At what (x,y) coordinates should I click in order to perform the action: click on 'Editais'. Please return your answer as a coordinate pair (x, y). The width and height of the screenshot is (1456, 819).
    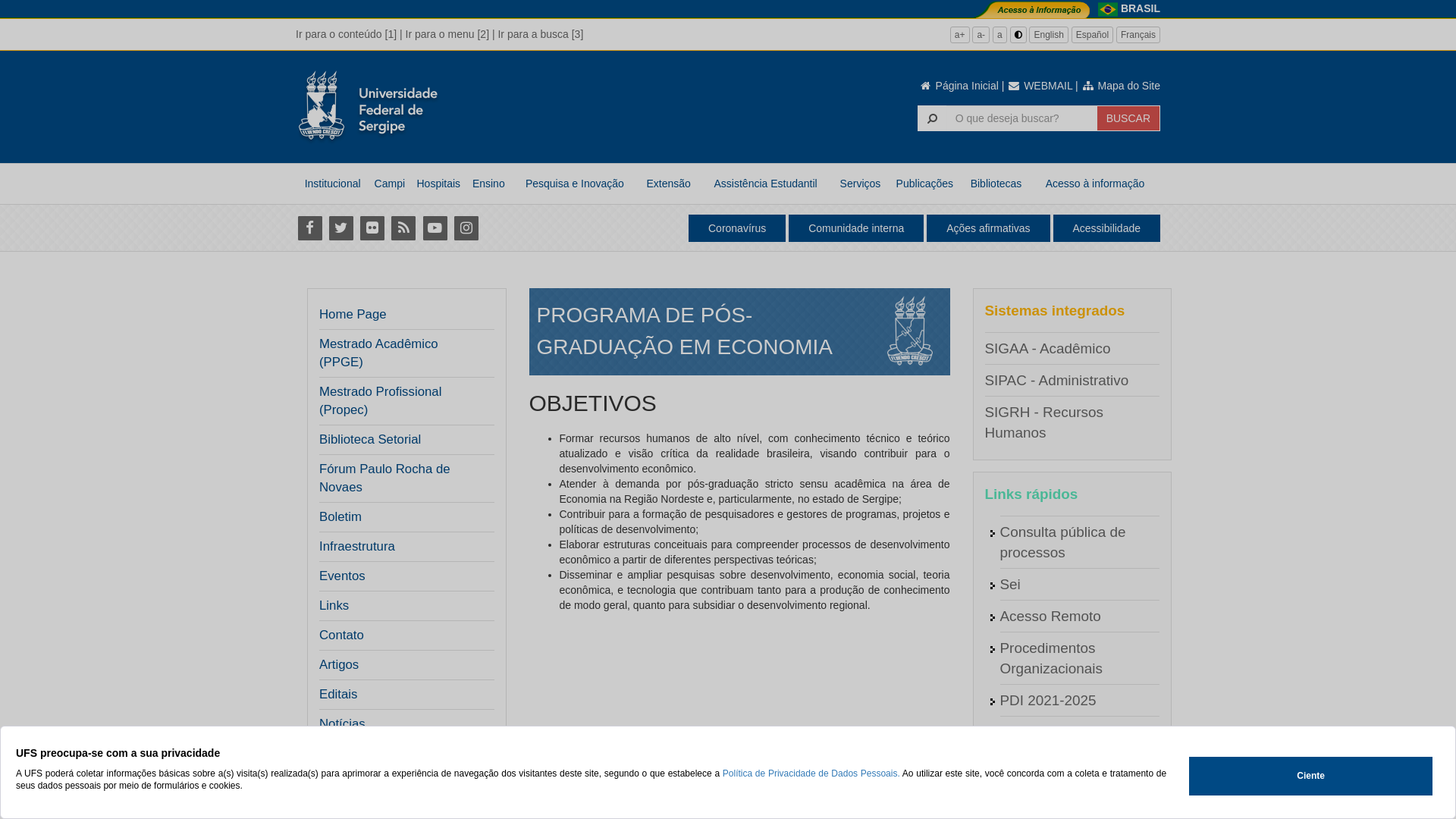
    Looking at the image, I should click on (318, 694).